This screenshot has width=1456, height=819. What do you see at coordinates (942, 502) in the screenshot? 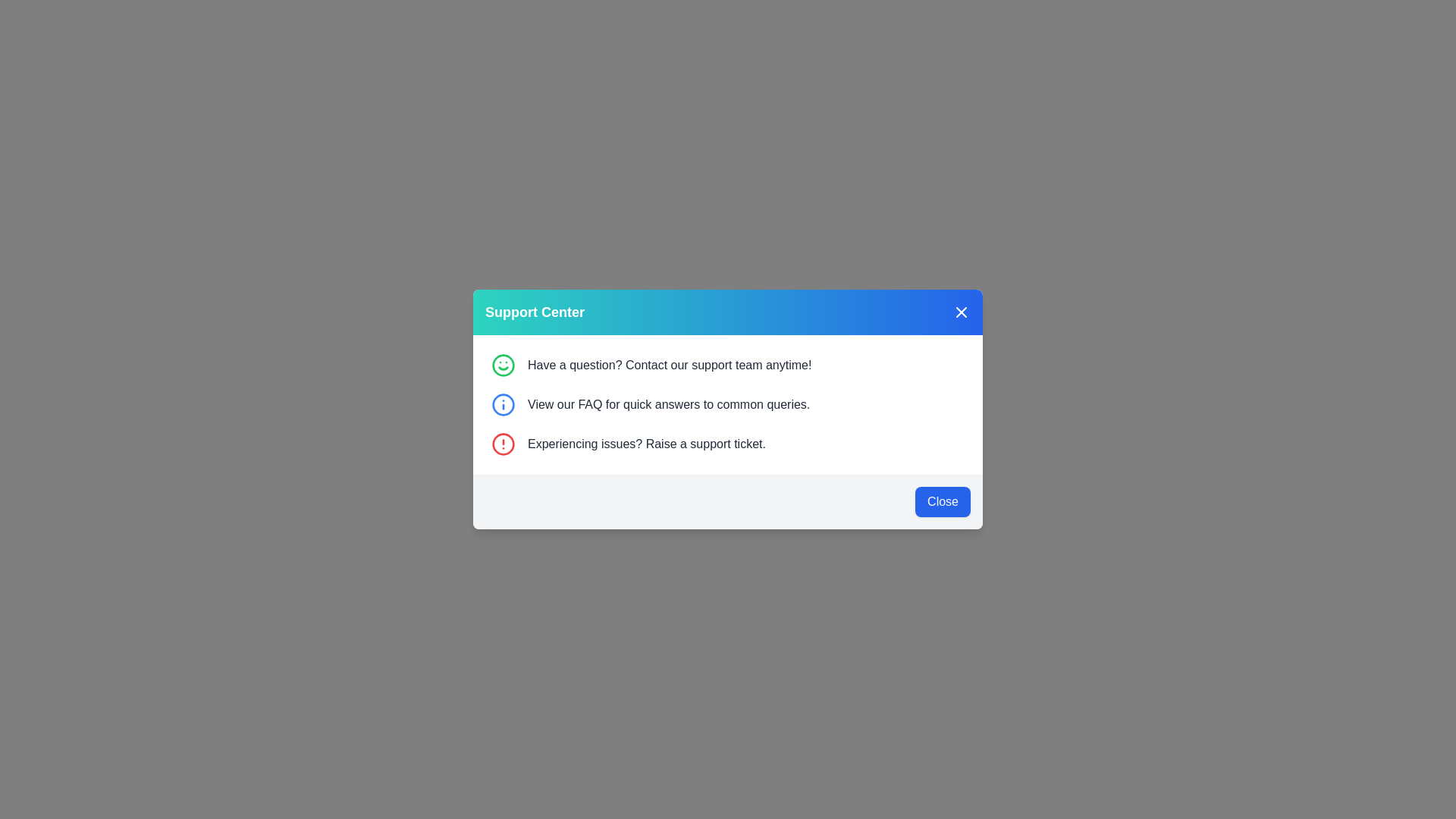
I see `the blue 'Close' button with rounded corners located at the bottom-right corner of the modal dialog` at bounding box center [942, 502].